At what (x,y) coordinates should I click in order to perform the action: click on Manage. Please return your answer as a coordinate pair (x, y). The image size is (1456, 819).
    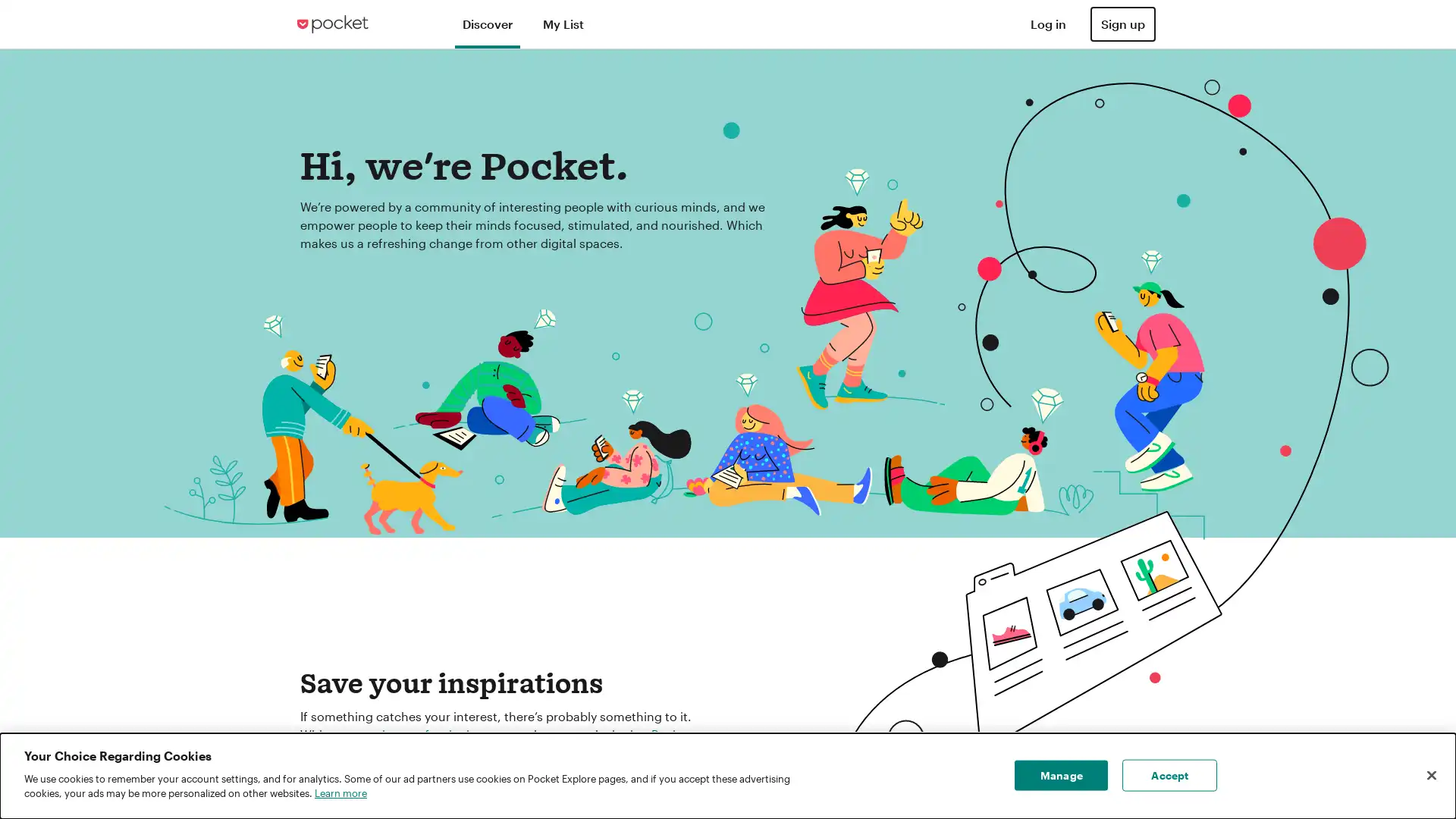
    Looking at the image, I should click on (1060, 775).